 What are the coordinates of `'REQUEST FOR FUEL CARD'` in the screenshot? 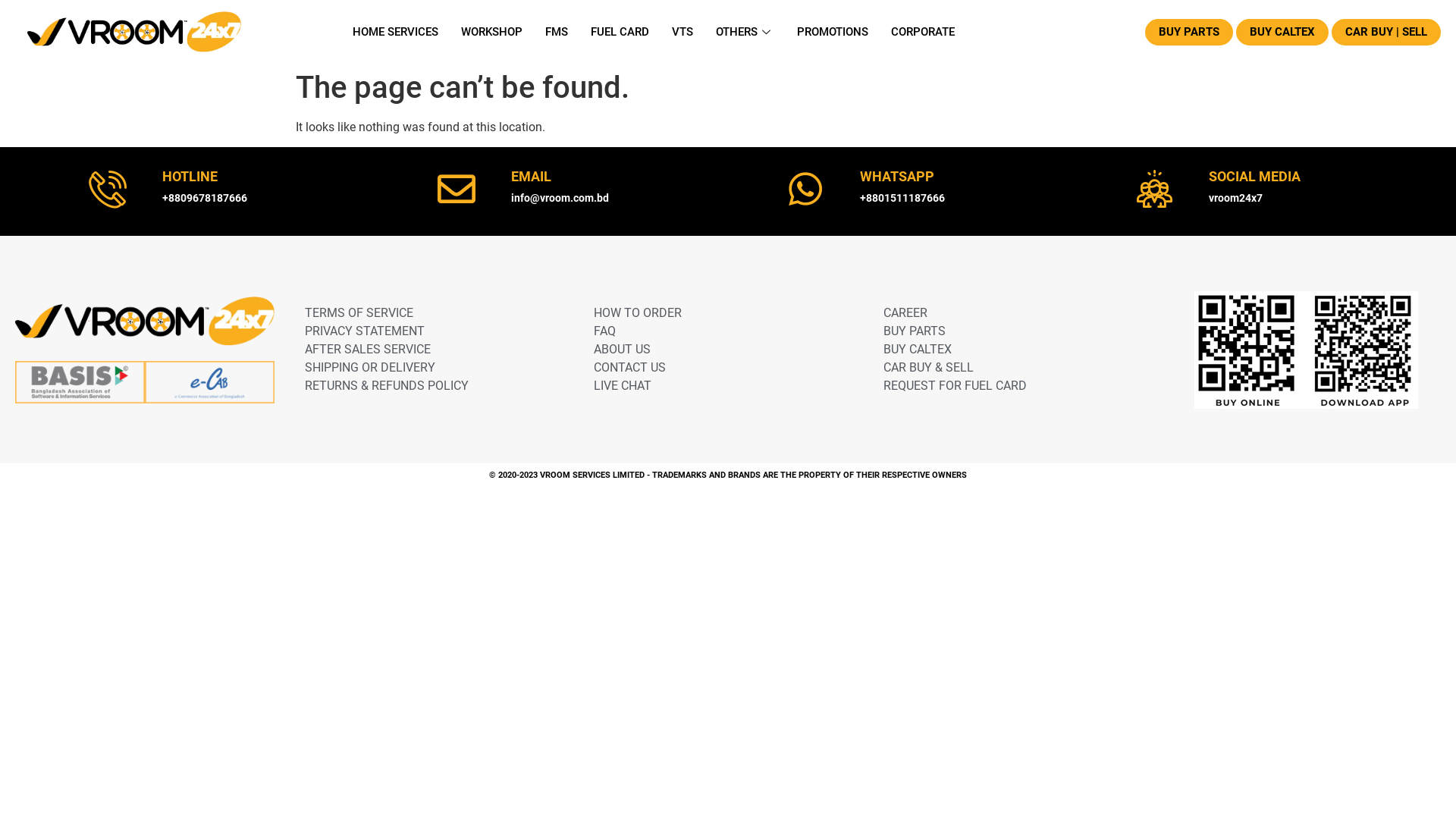 It's located at (882, 385).